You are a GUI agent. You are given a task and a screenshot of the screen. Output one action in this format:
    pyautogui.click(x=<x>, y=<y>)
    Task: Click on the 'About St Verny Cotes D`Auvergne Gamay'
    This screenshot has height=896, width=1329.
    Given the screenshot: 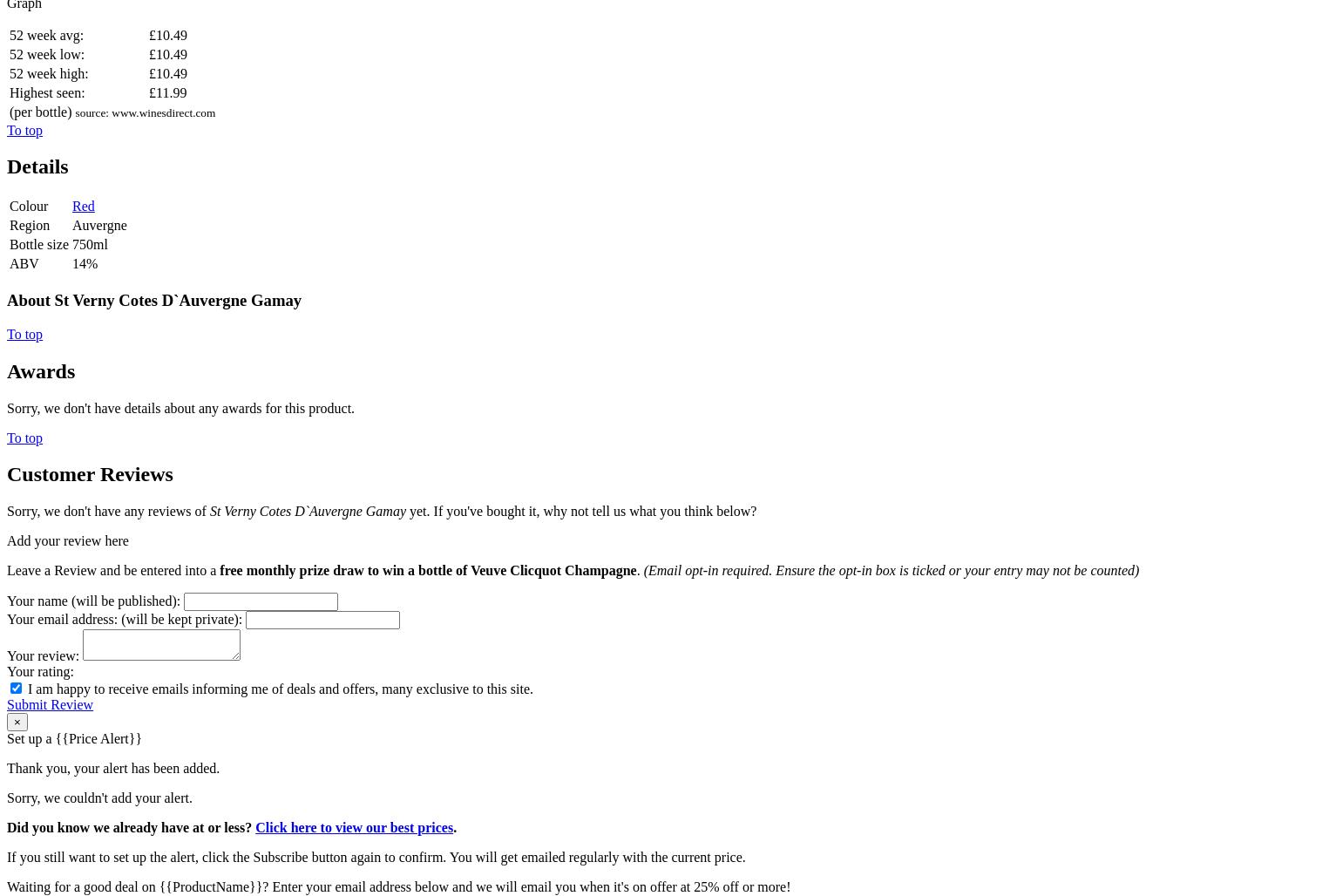 What is the action you would take?
    pyautogui.click(x=154, y=299)
    